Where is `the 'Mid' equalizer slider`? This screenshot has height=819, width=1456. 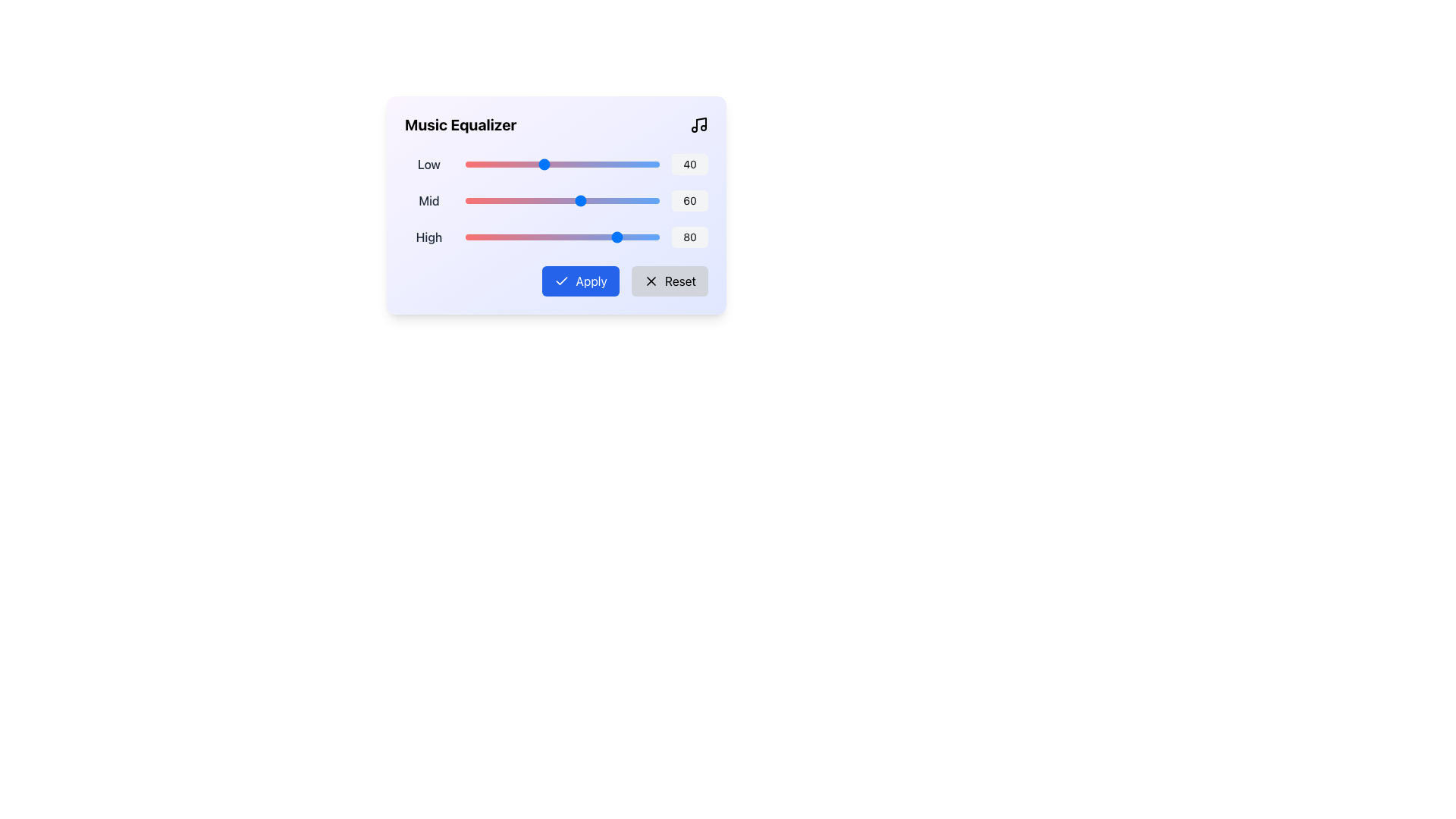
the 'Mid' equalizer slider is located at coordinates (498, 200).